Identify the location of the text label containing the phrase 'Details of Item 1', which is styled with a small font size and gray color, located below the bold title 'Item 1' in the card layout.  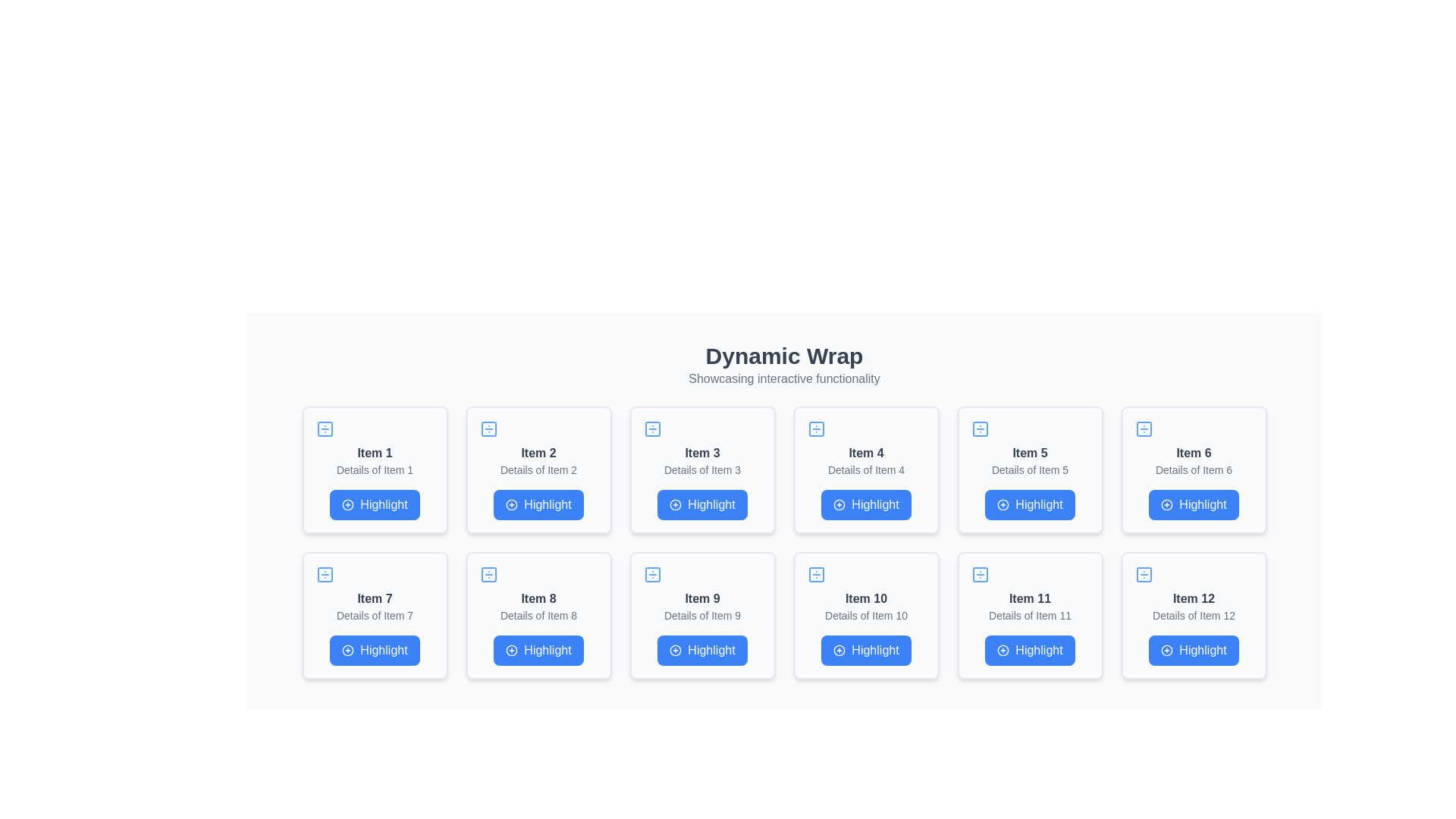
(375, 469).